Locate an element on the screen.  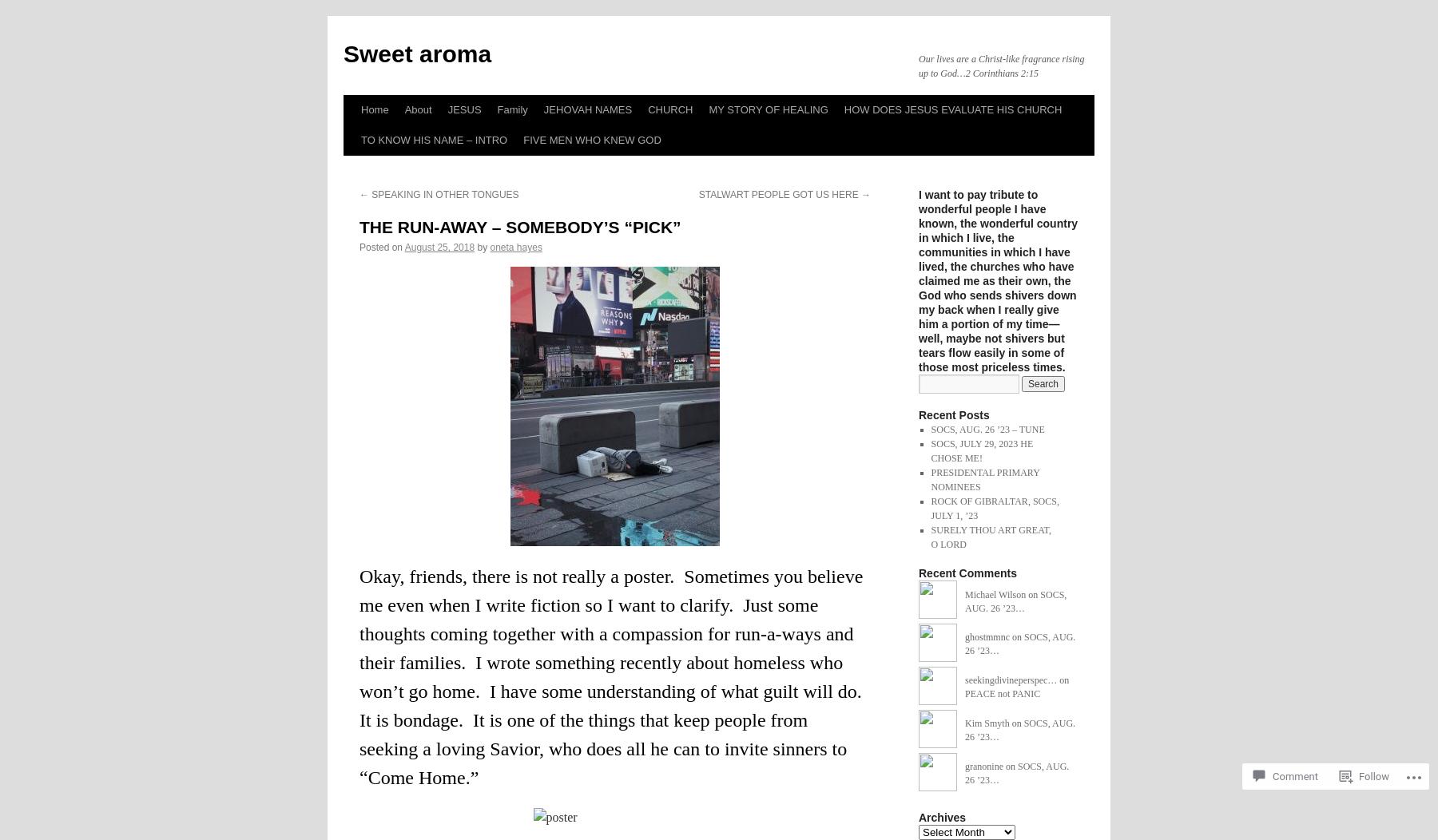
'seekingdivineperspec…' is located at coordinates (1011, 680).